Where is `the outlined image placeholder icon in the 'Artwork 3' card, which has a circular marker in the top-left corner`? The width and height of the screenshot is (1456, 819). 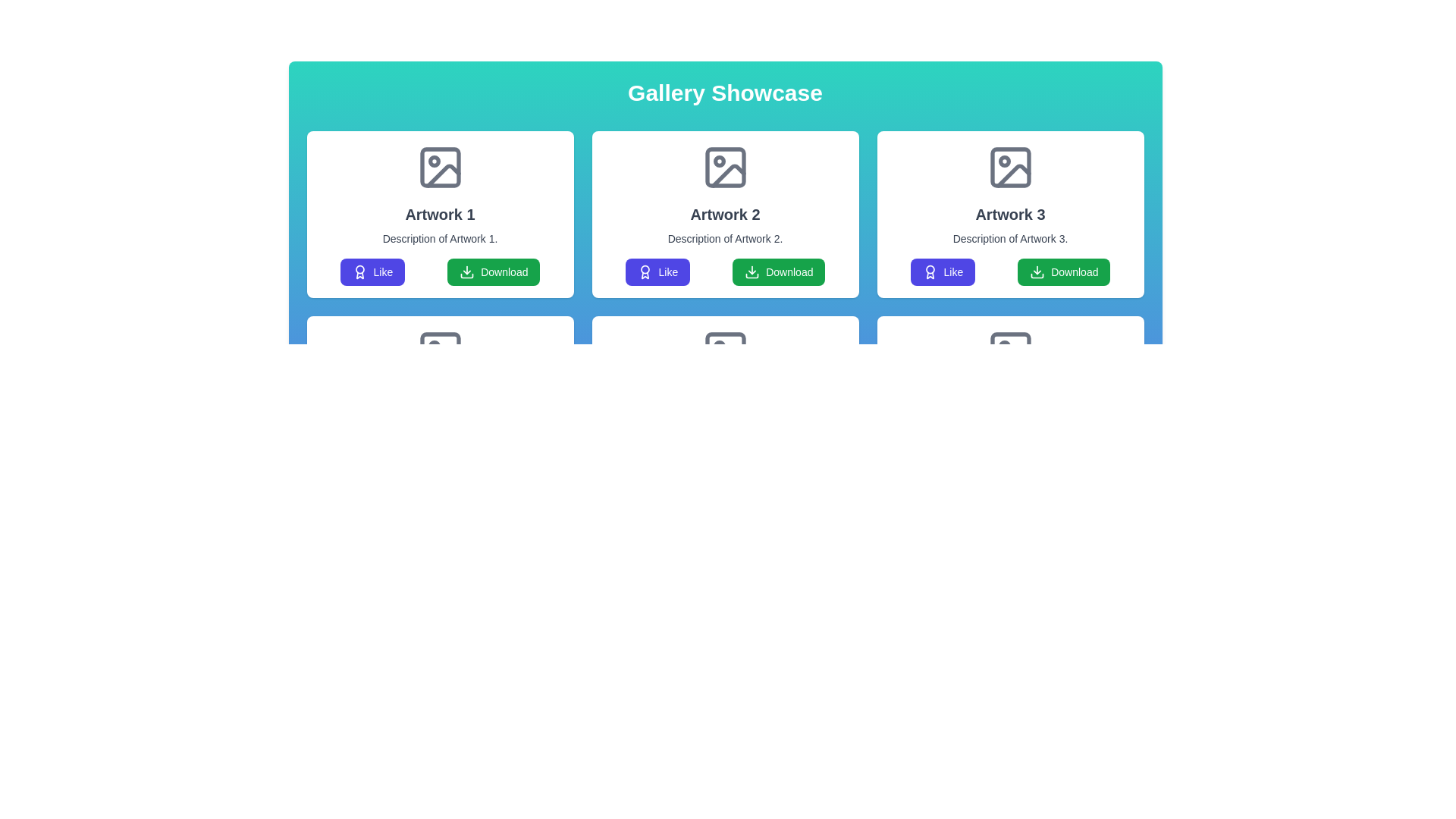
the outlined image placeholder icon in the 'Artwork 3' card, which has a circular marker in the top-left corner is located at coordinates (1010, 167).